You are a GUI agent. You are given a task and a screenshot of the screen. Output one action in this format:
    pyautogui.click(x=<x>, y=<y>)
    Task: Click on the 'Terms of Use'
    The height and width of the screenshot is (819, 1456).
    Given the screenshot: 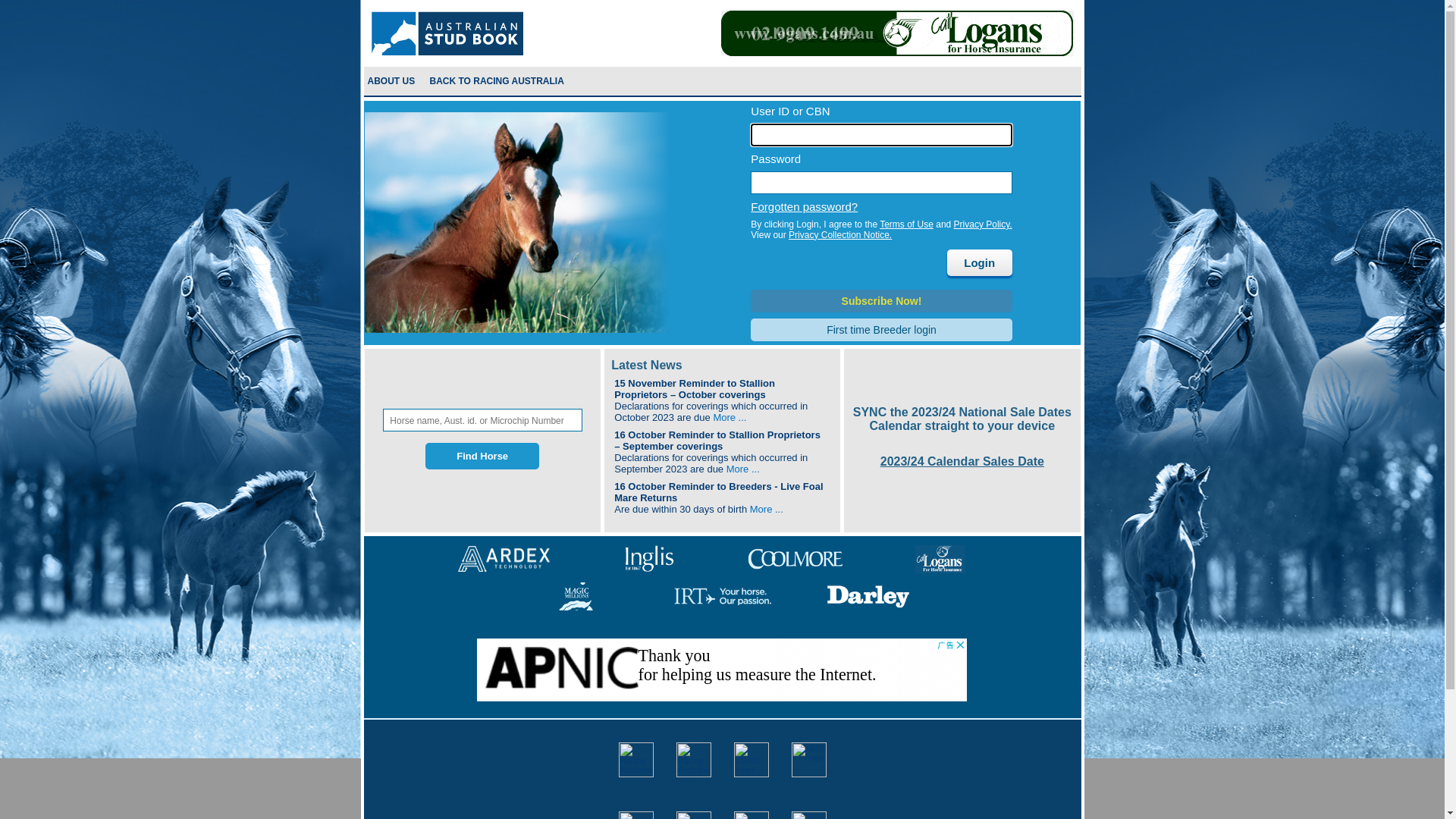 What is the action you would take?
    pyautogui.click(x=906, y=224)
    